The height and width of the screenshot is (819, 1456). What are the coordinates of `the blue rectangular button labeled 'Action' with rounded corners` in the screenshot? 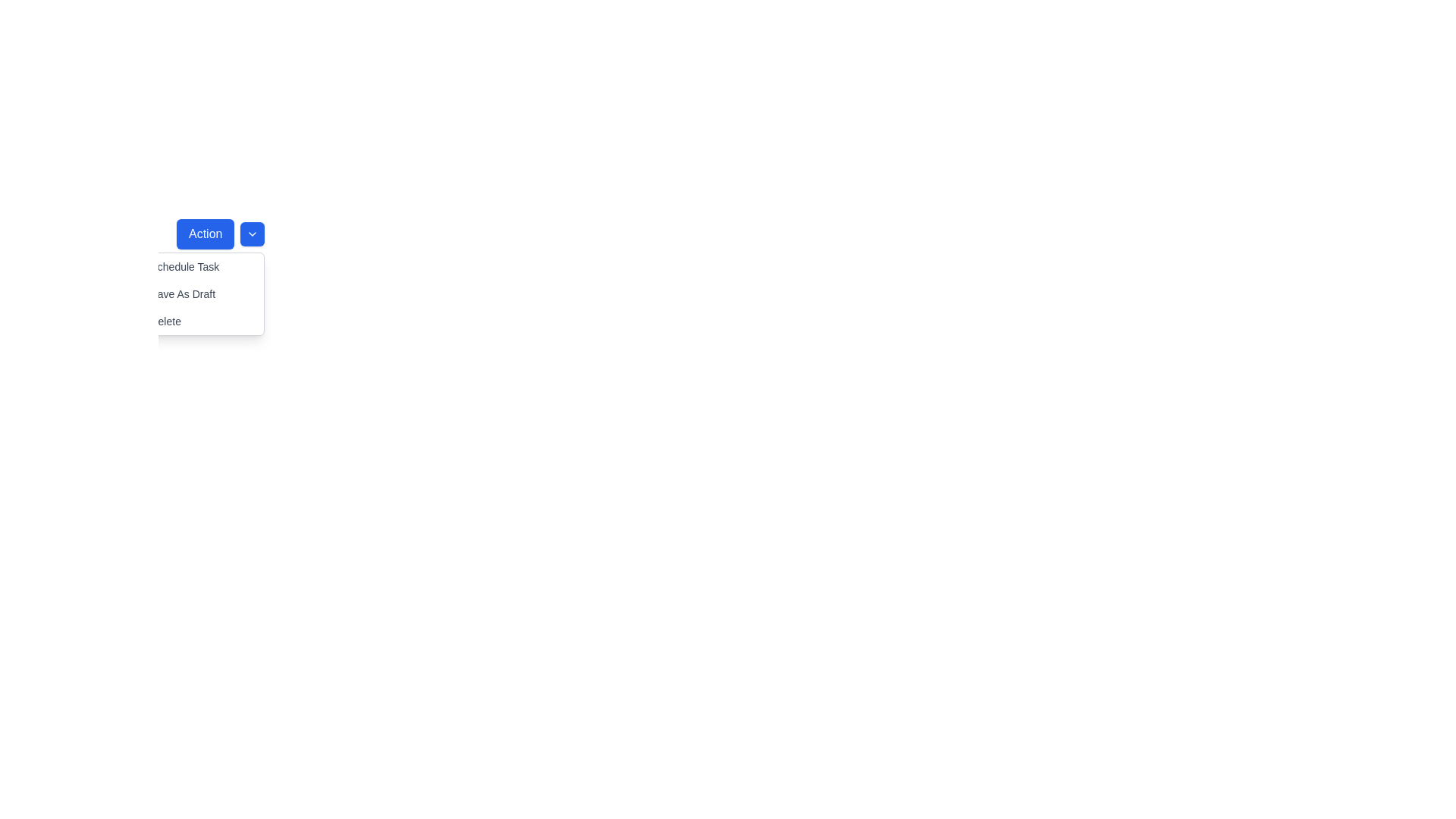 It's located at (205, 234).